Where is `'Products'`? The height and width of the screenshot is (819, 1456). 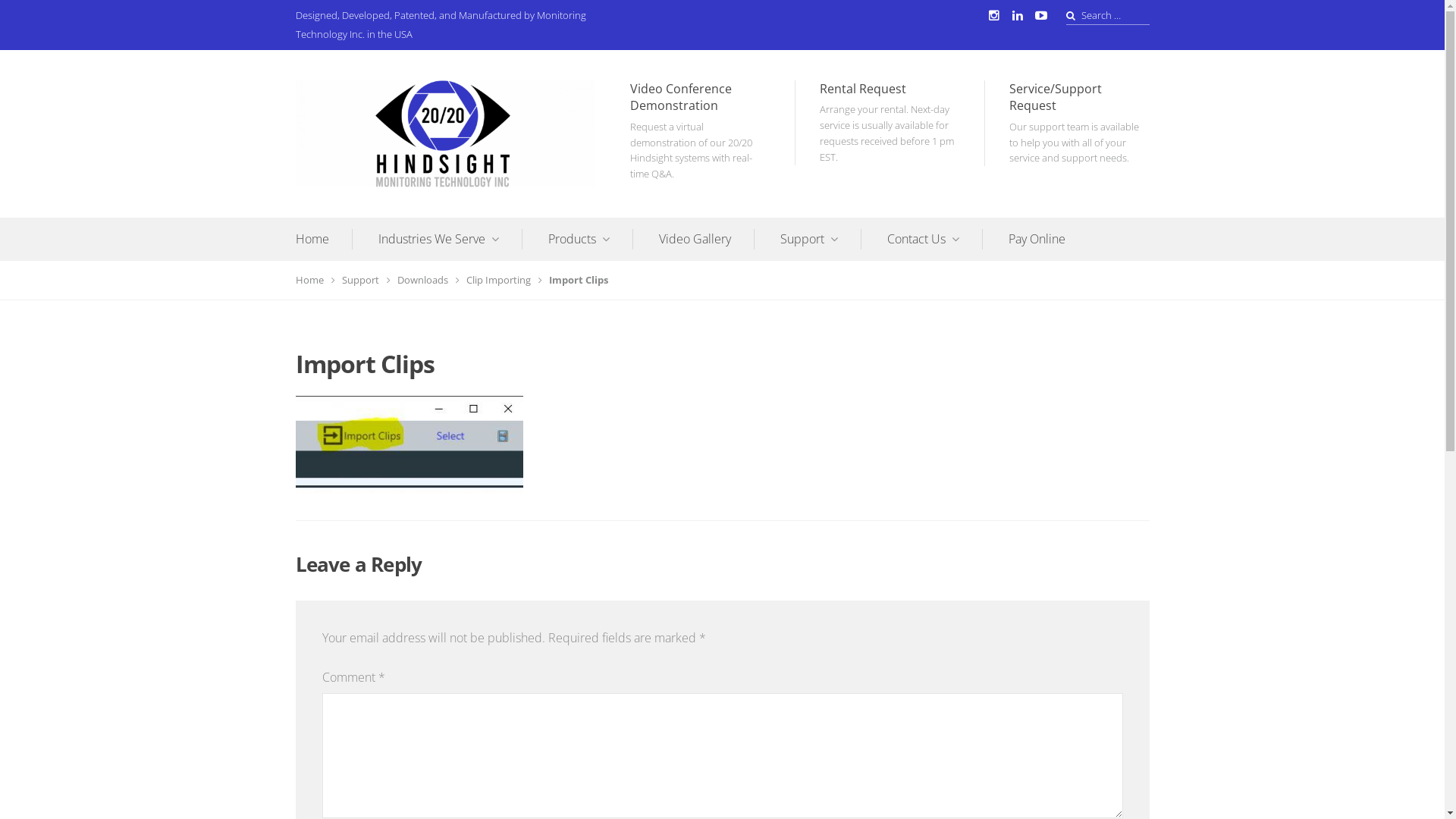 'Products' is located at coordinates (588, 239).